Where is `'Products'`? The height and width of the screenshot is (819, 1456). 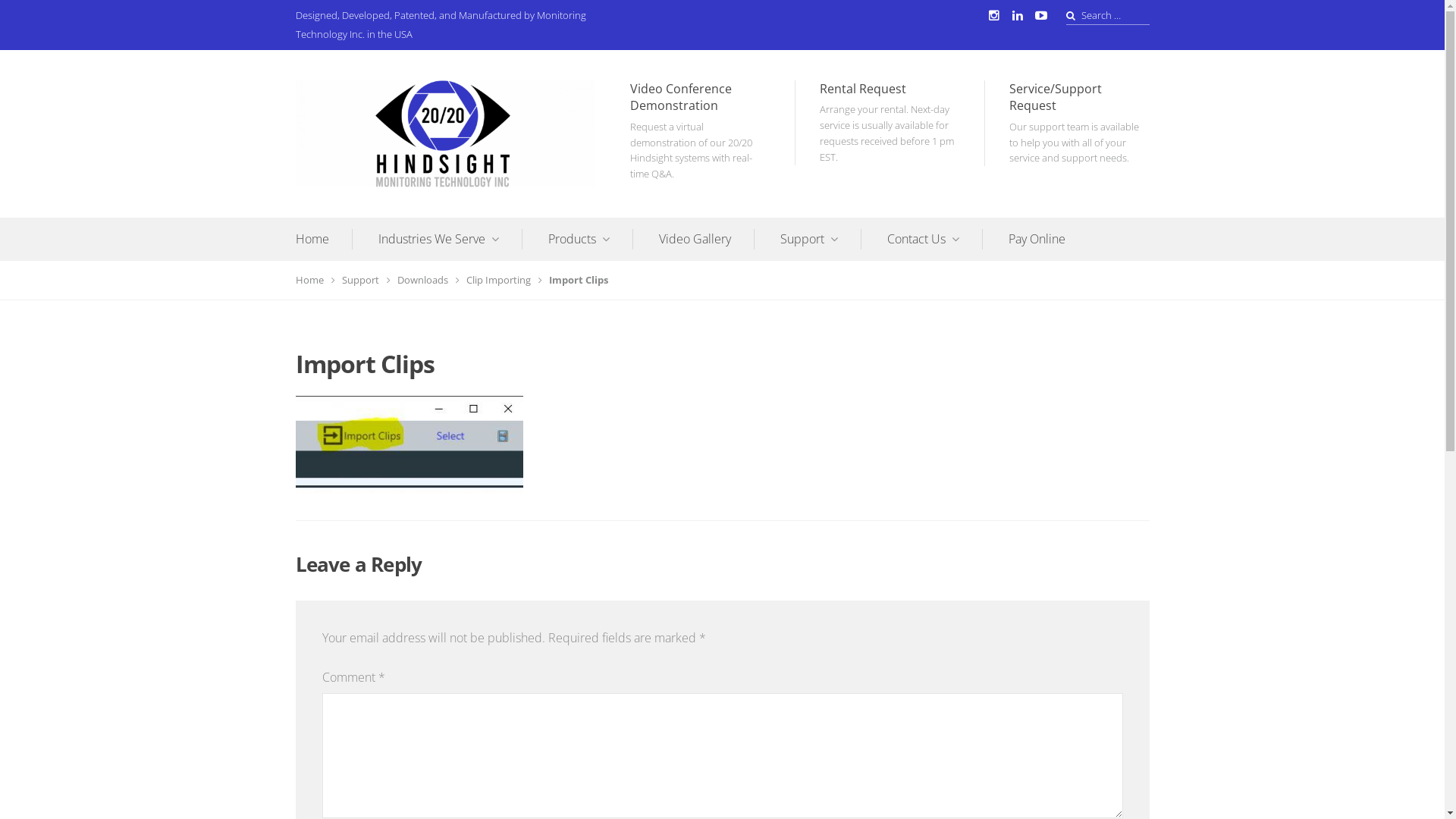 'Products' is located at coordinates (588, 239).